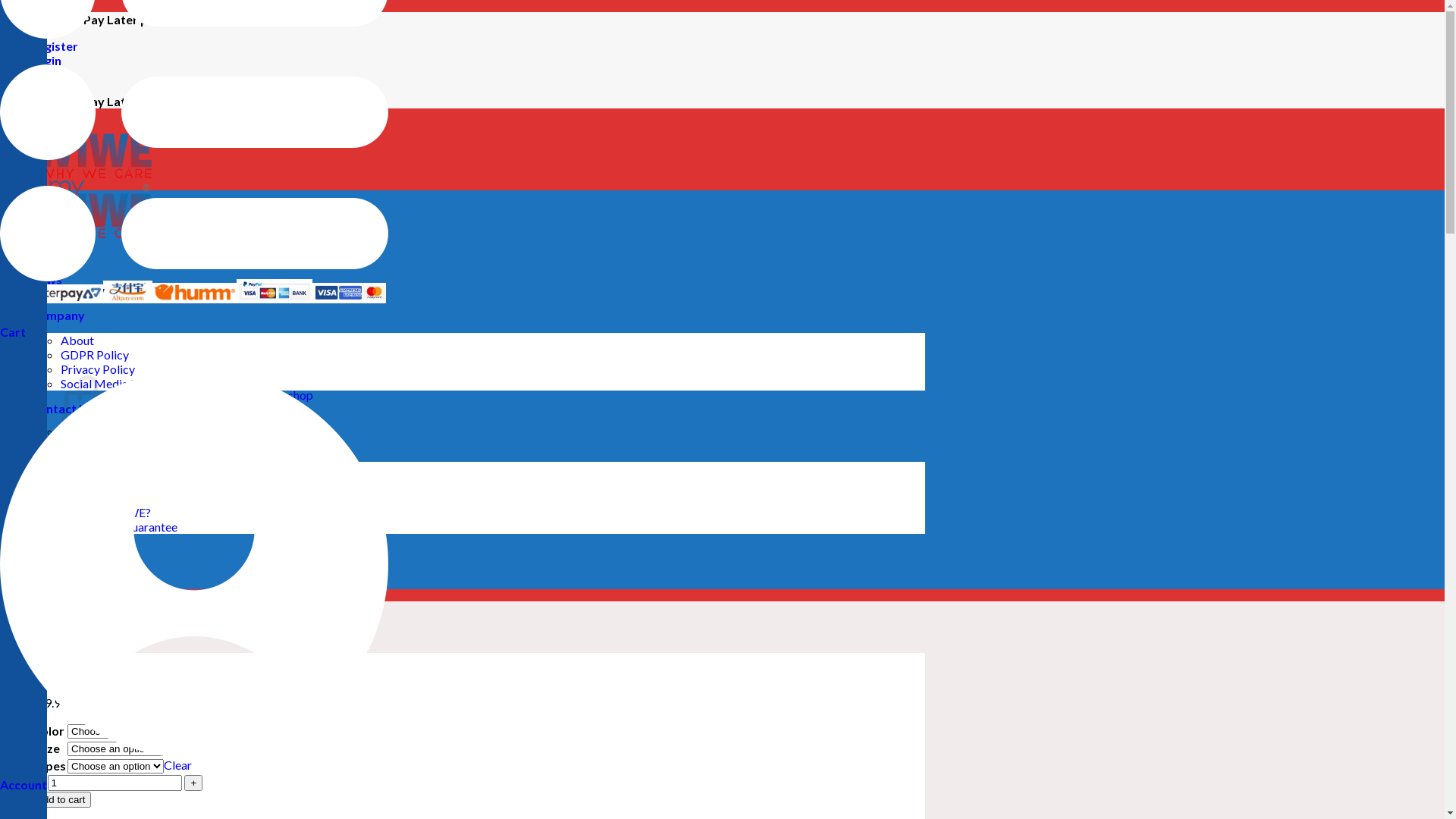  Describe the element at coordinates (61, 339) in the screenshot. I see `'About'` at that location.